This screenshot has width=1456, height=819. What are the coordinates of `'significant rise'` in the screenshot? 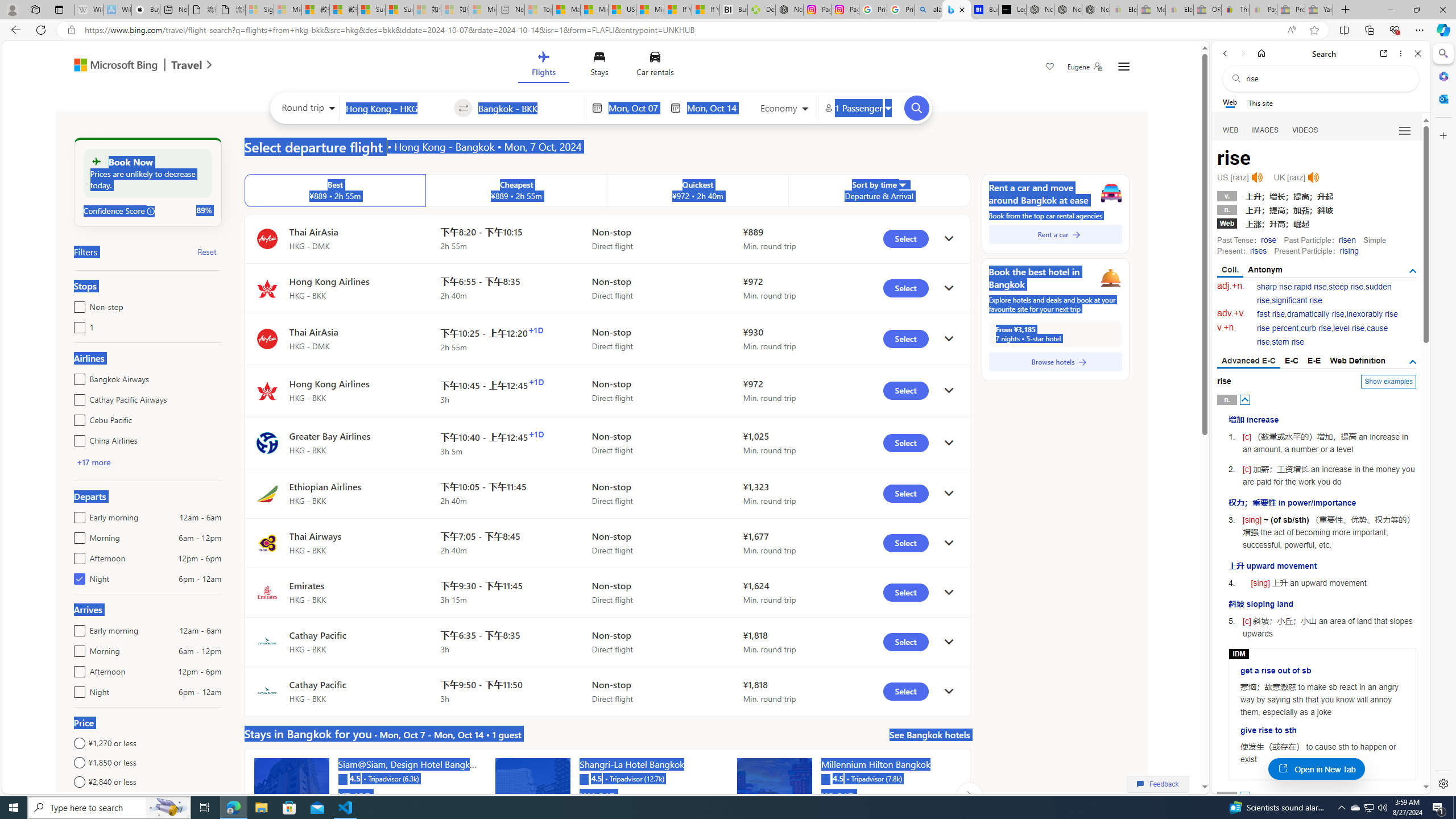 It's located at (1296, 300).